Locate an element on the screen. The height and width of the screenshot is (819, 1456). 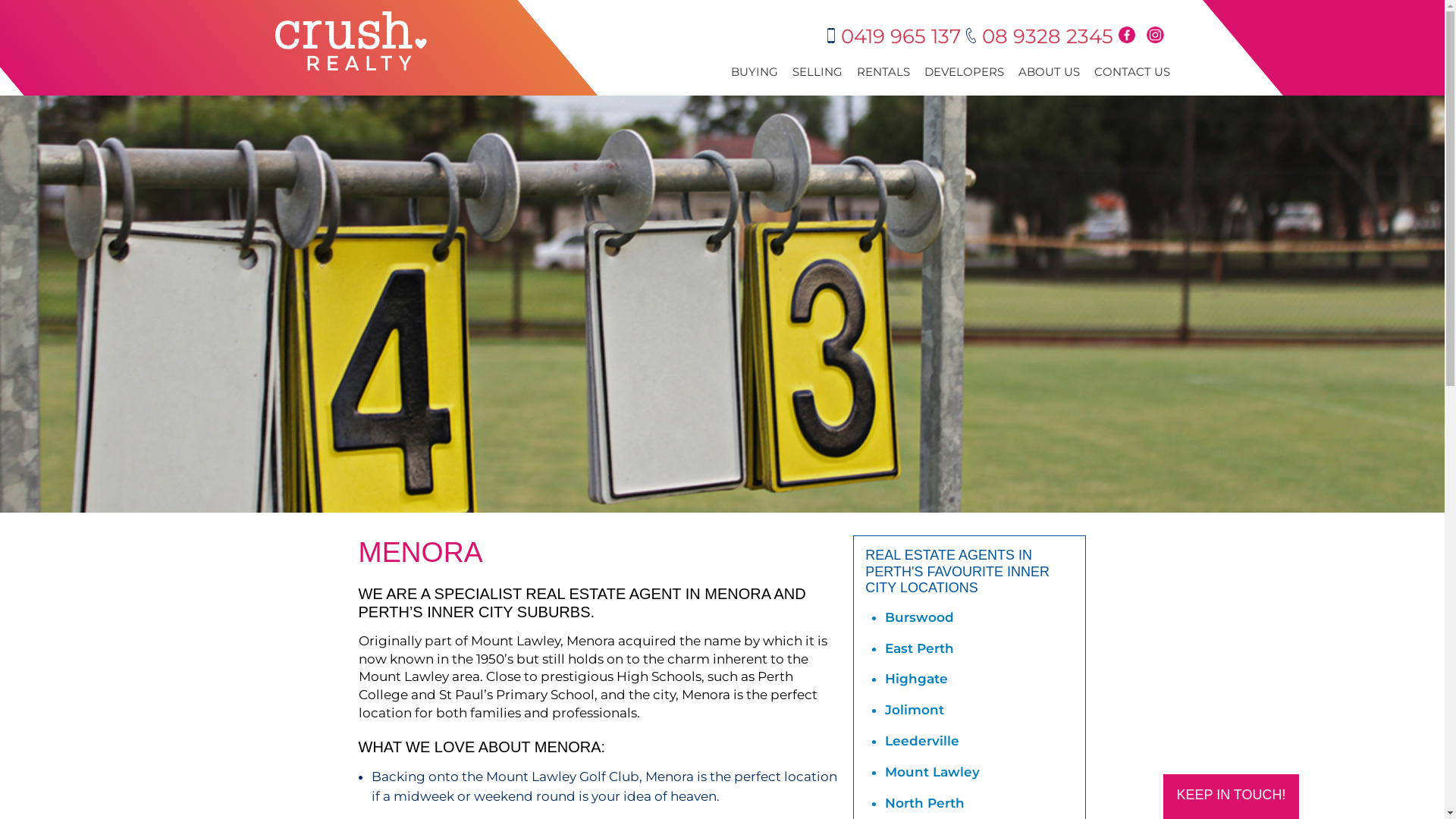
'DEVELOPERS' is located at coordinates (962, 73).